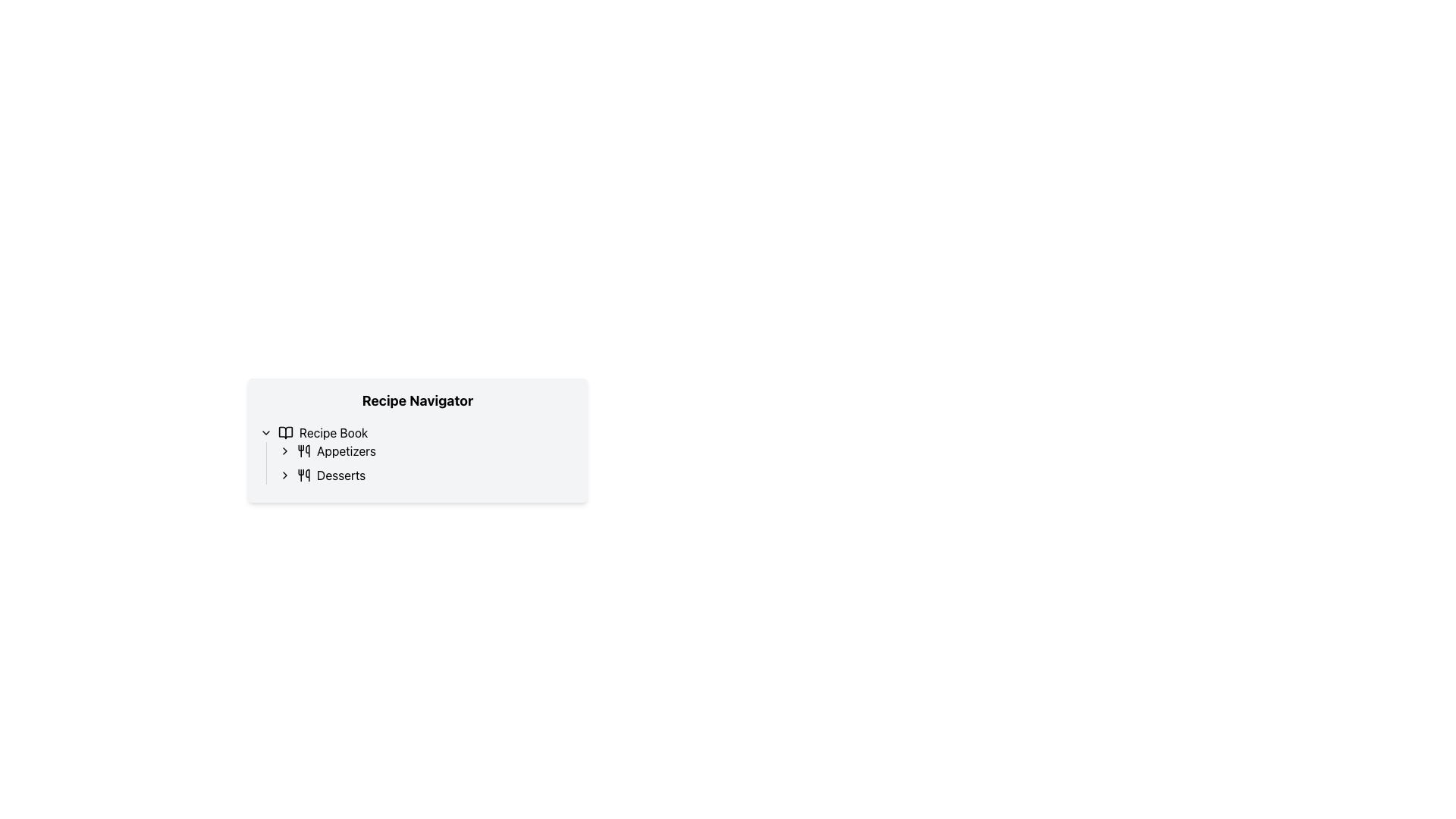  What do you see at coordinates (284, 475) in the screenshot?
I see `the chevron icon located to the far left of the 'Desserts' list item` at bounding box center [284, 475].